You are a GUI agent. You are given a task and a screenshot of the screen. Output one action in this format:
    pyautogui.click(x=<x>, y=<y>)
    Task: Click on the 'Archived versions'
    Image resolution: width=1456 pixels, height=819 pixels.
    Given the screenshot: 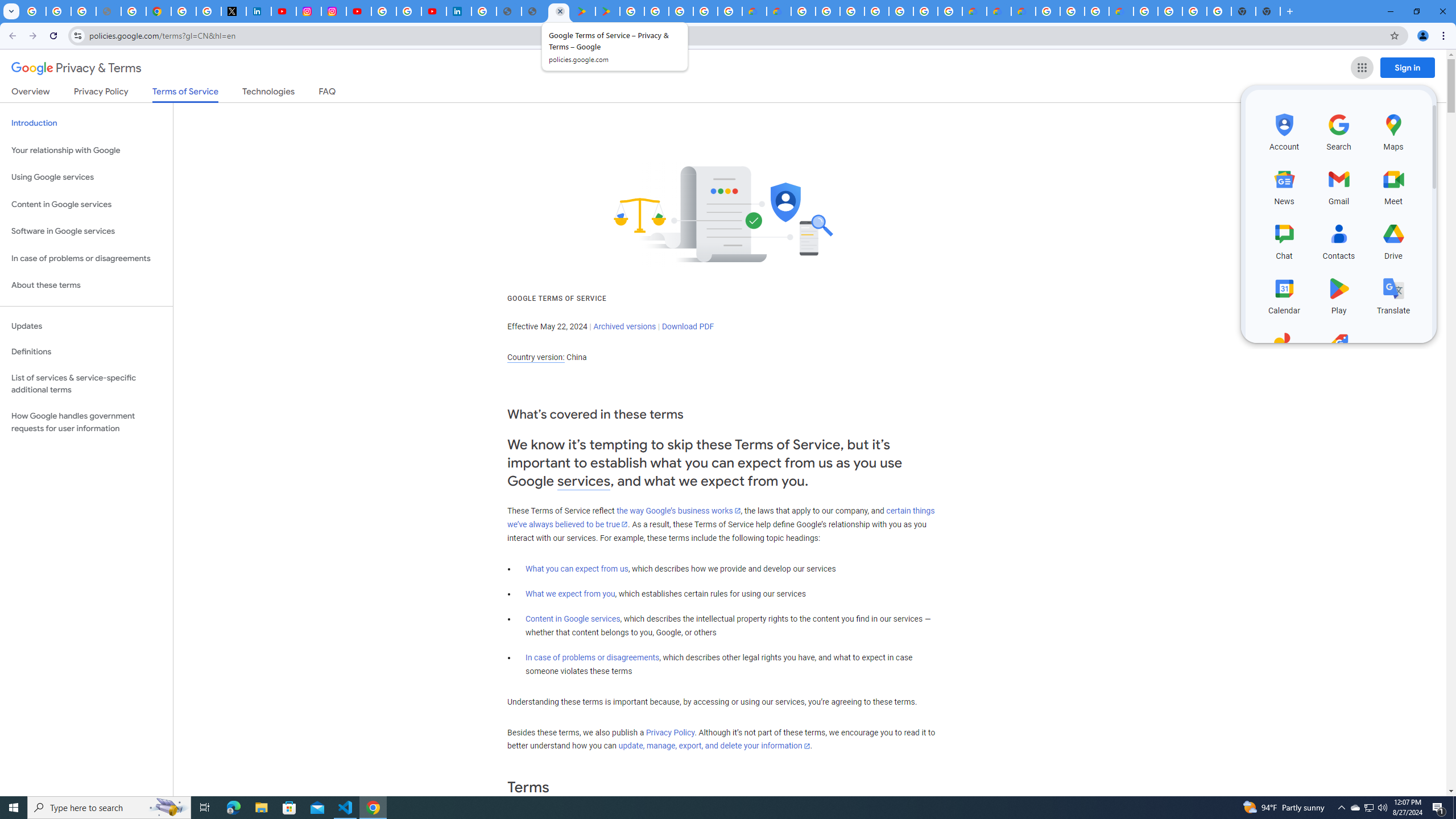 What is the action you would take?
    pyautogui.click(x=624, y=325)
    